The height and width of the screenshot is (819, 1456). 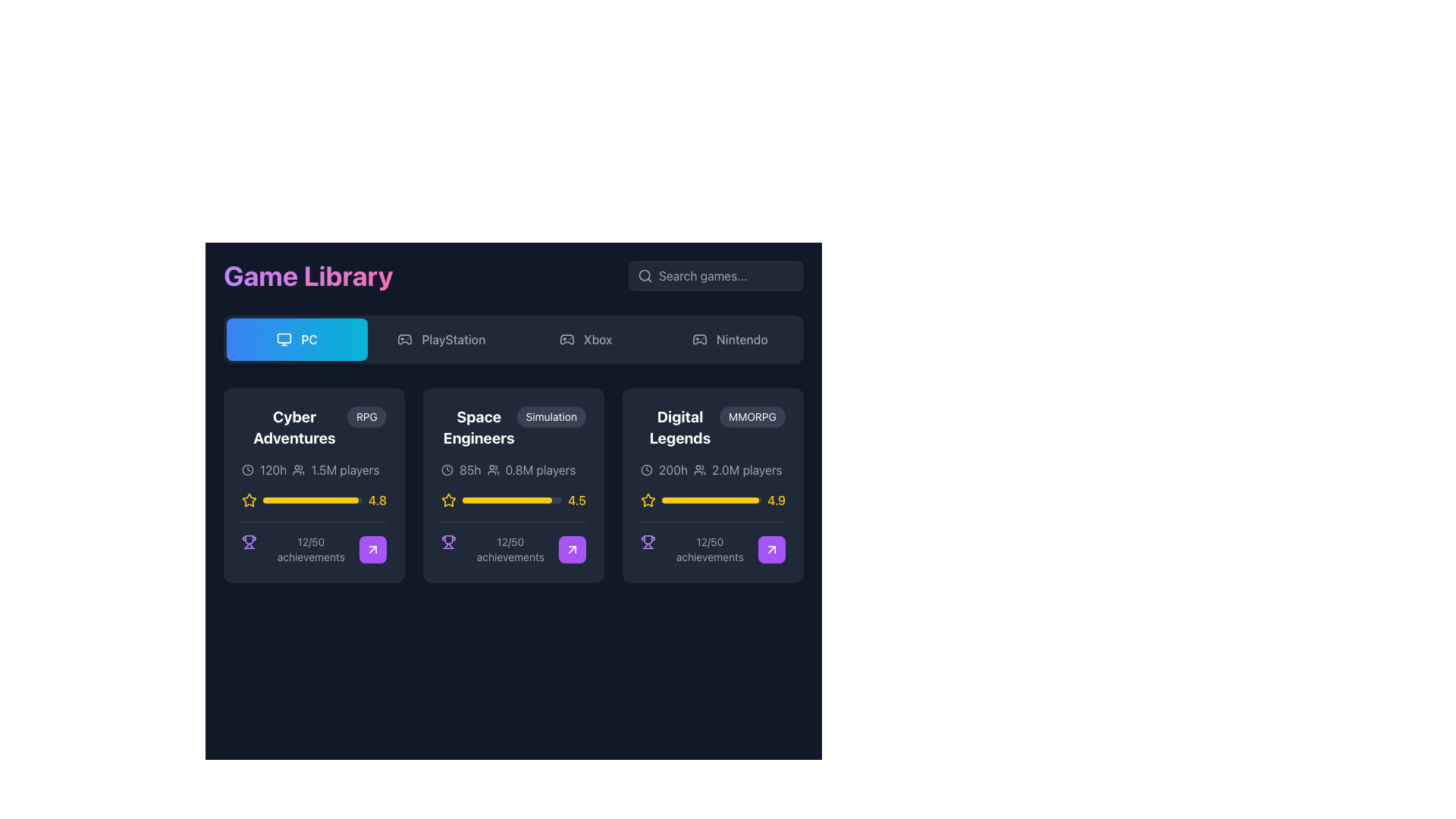 What do you see at coordinates (742, 338) in the screenshot?
I see `the Nintendo platform filter label in the game library interface` at bounding box center [742, 338].